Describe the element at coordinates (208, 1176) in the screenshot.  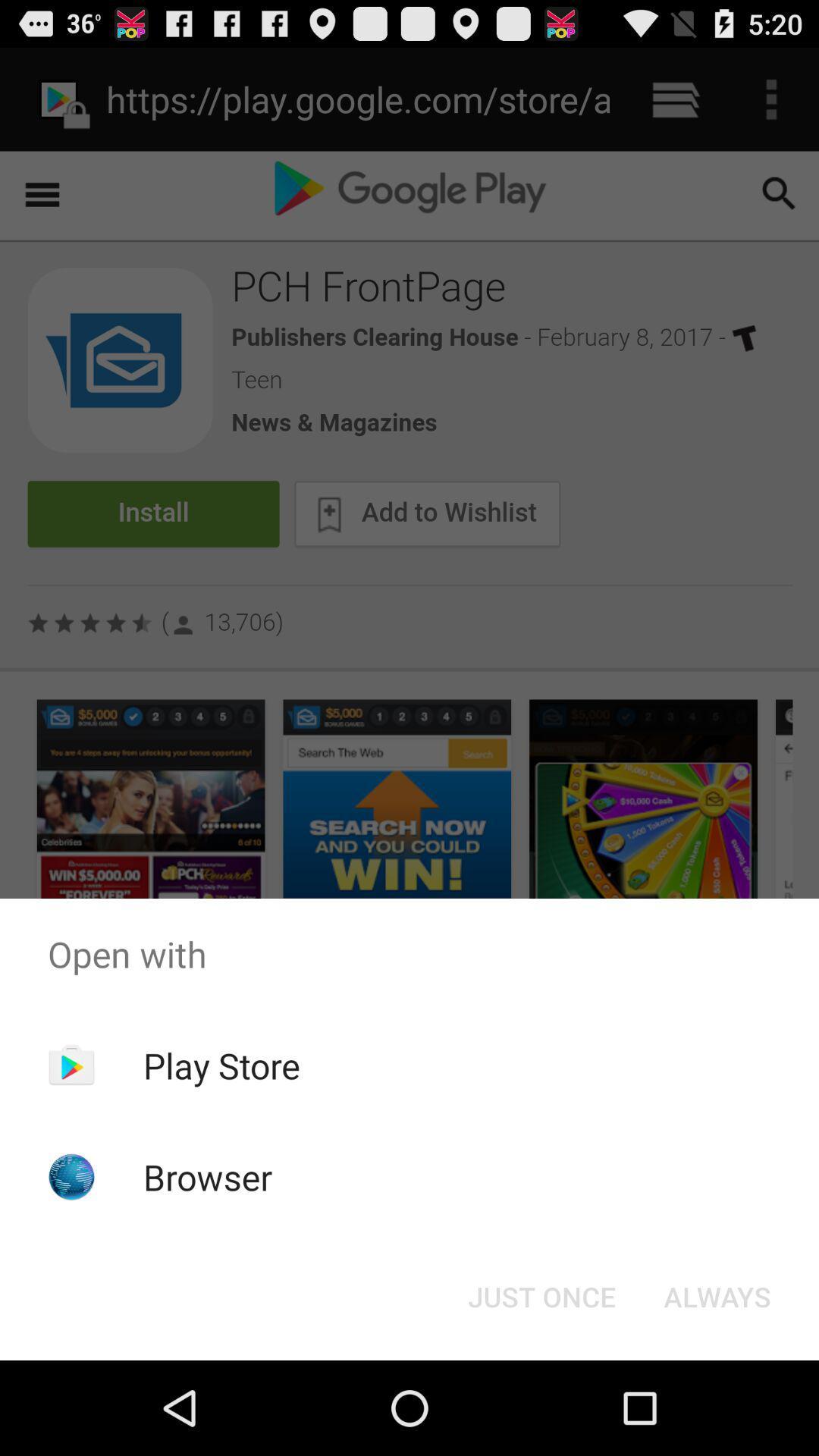
I see `icon below the play store item` at that location.